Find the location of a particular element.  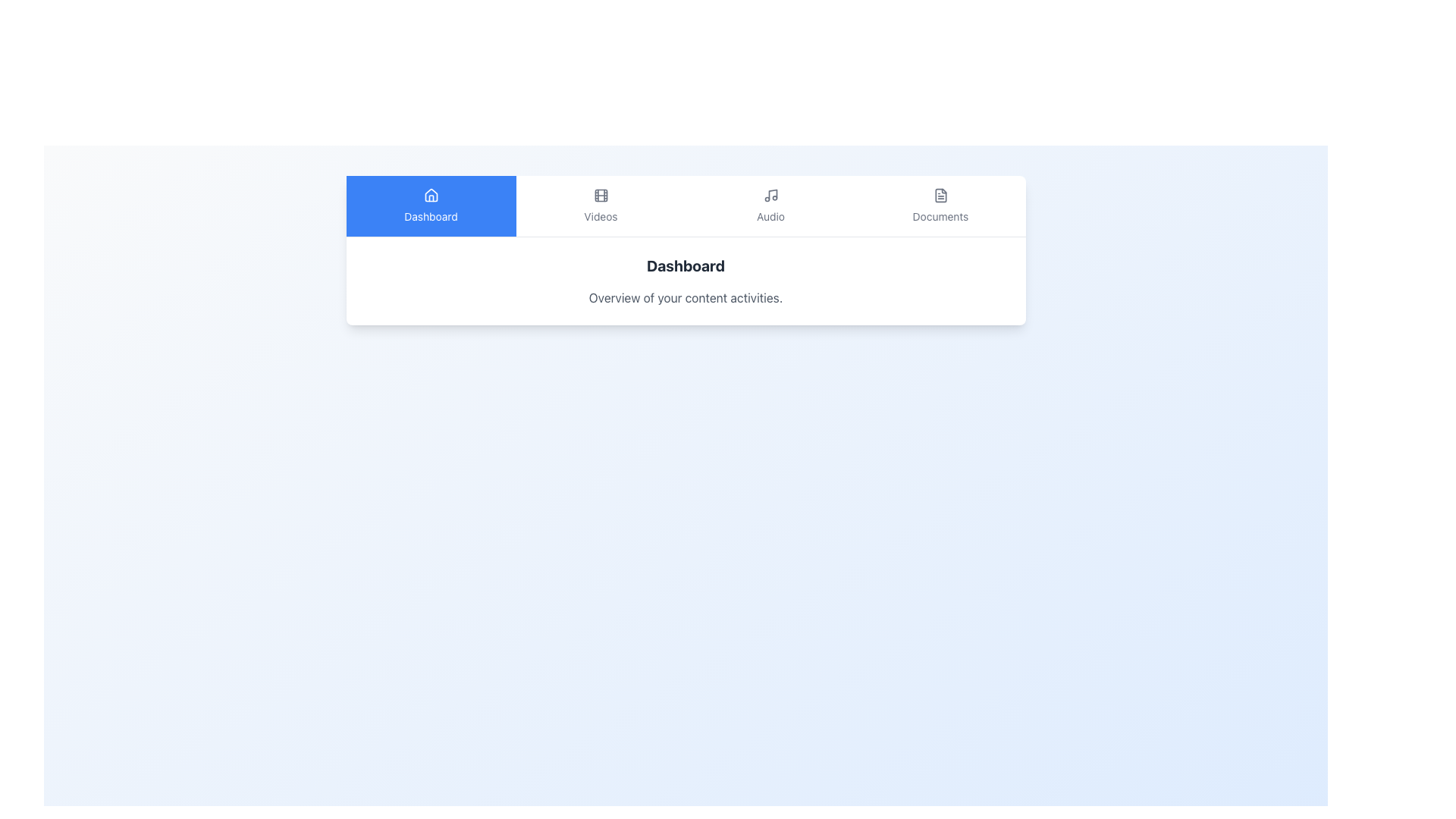

the 'Dashboard' text label that identifies the navigation option in the blue square section on the left side of the navigation bar is located at coordinates (430, 216).